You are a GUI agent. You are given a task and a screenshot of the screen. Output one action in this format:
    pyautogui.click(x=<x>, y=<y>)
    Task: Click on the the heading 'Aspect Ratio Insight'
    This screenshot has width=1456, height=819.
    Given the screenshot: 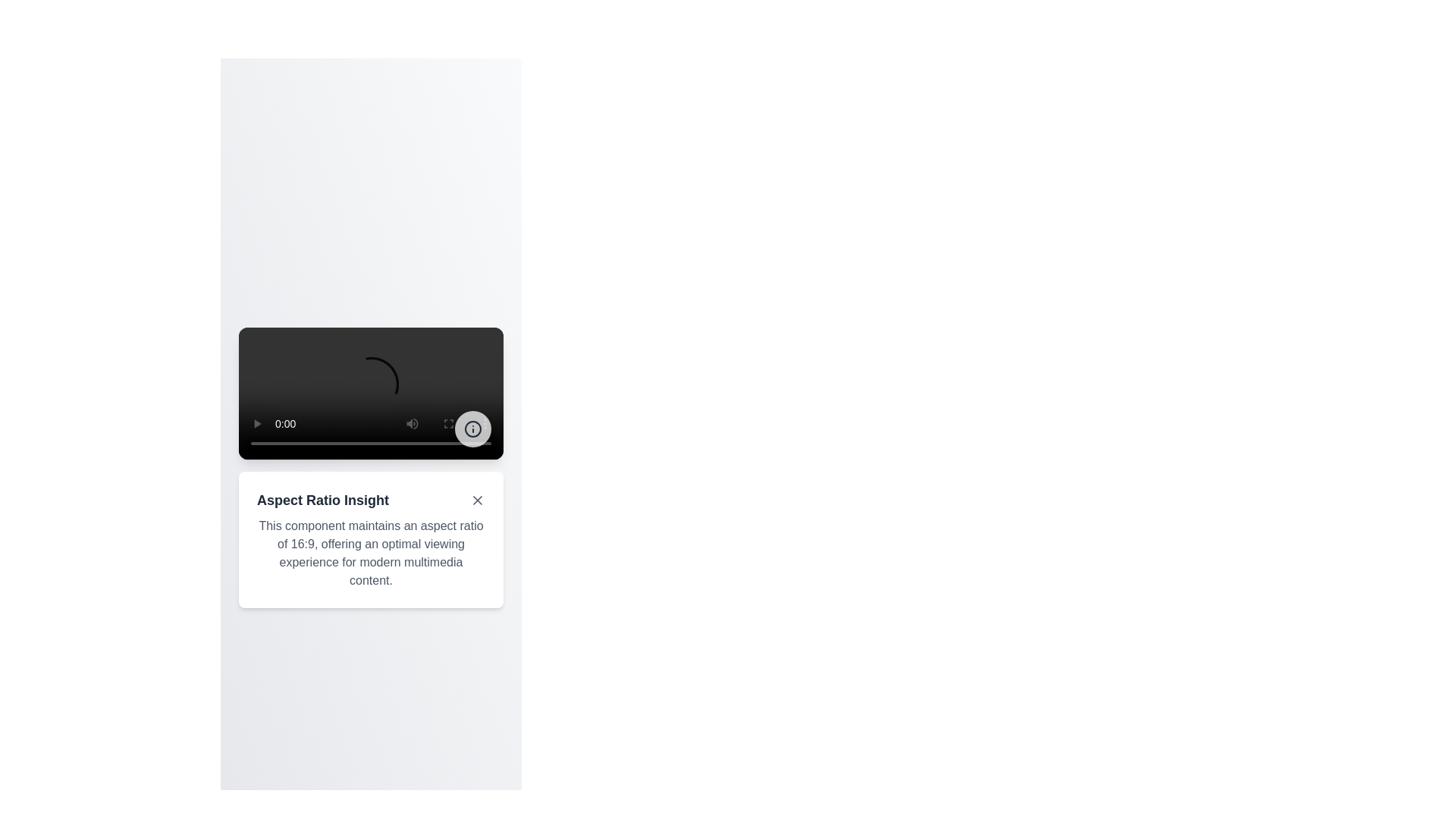 What is the action you would take?
    pyautogui.click(x=371, y=500)
    